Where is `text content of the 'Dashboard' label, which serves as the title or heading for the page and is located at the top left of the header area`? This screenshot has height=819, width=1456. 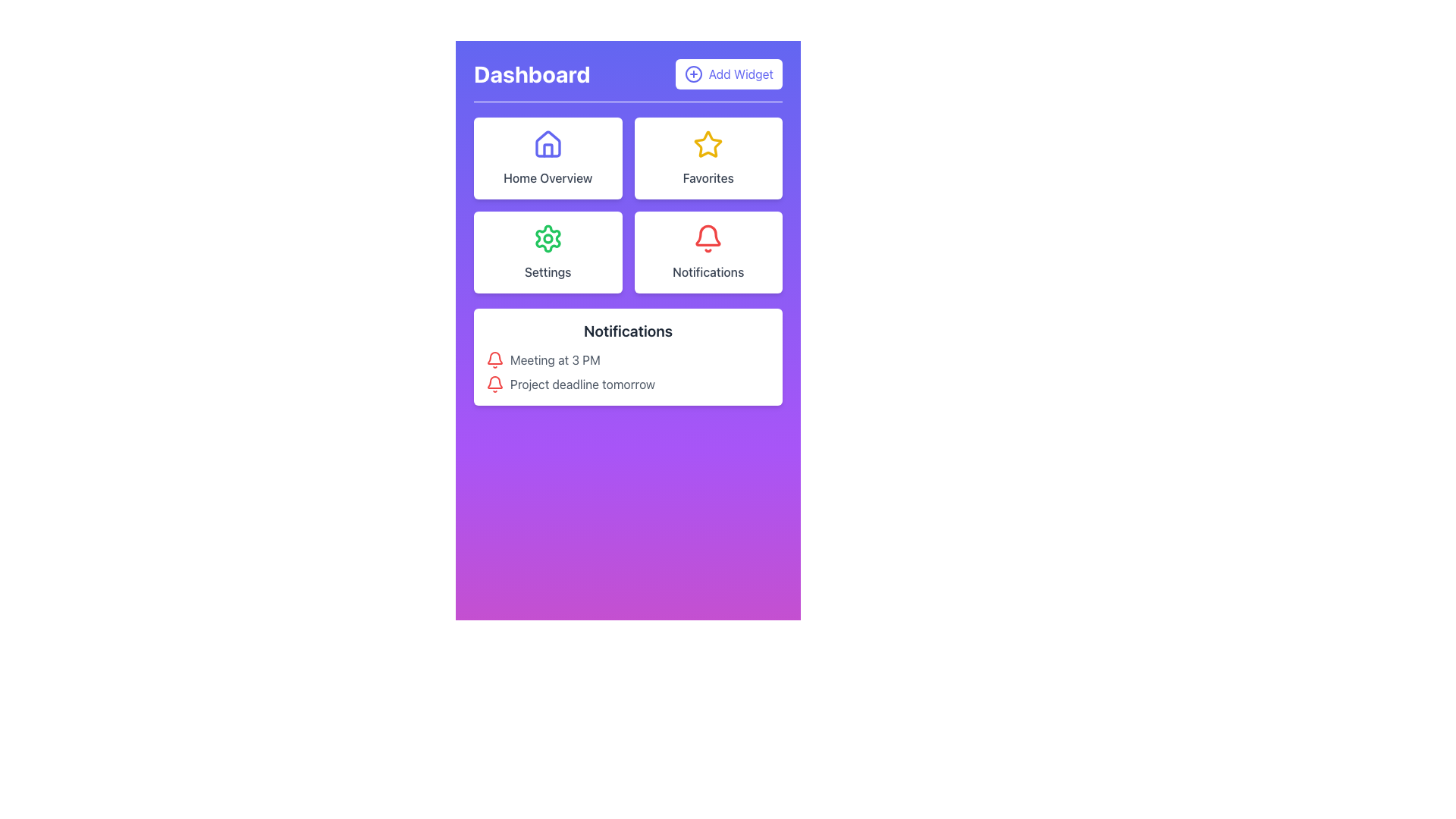
text content of the 'Dashboard' label, which serves as the title or heading for the page and is located at the top left of the header area is located at coordinates (532, 74).